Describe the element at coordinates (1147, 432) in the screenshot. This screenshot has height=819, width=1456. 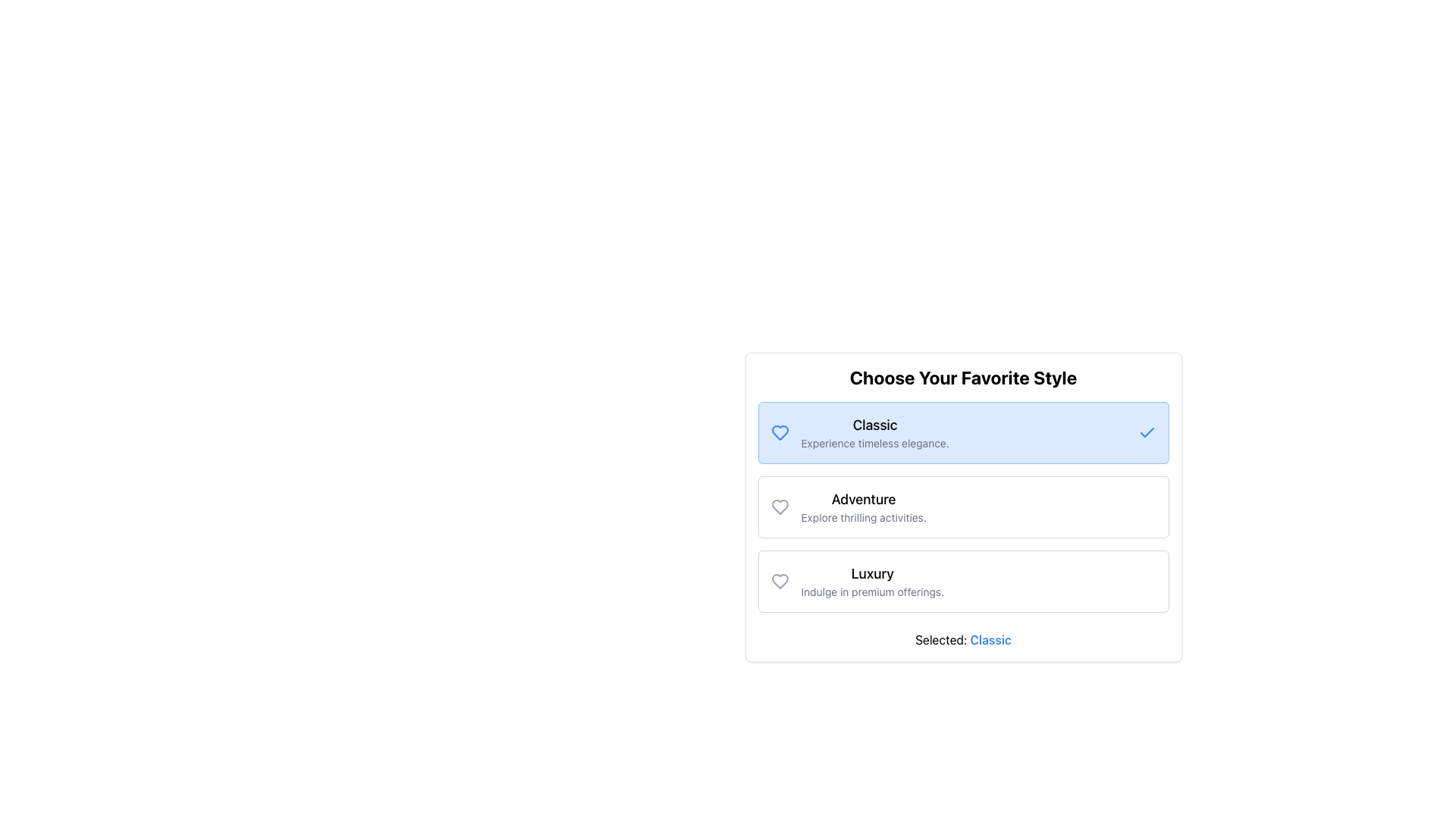
I see `the blue checkmark icon located on the right side of the selection box for the style labeled 'Classic' under the 'Choose Your Favorite Style' section` at that location.